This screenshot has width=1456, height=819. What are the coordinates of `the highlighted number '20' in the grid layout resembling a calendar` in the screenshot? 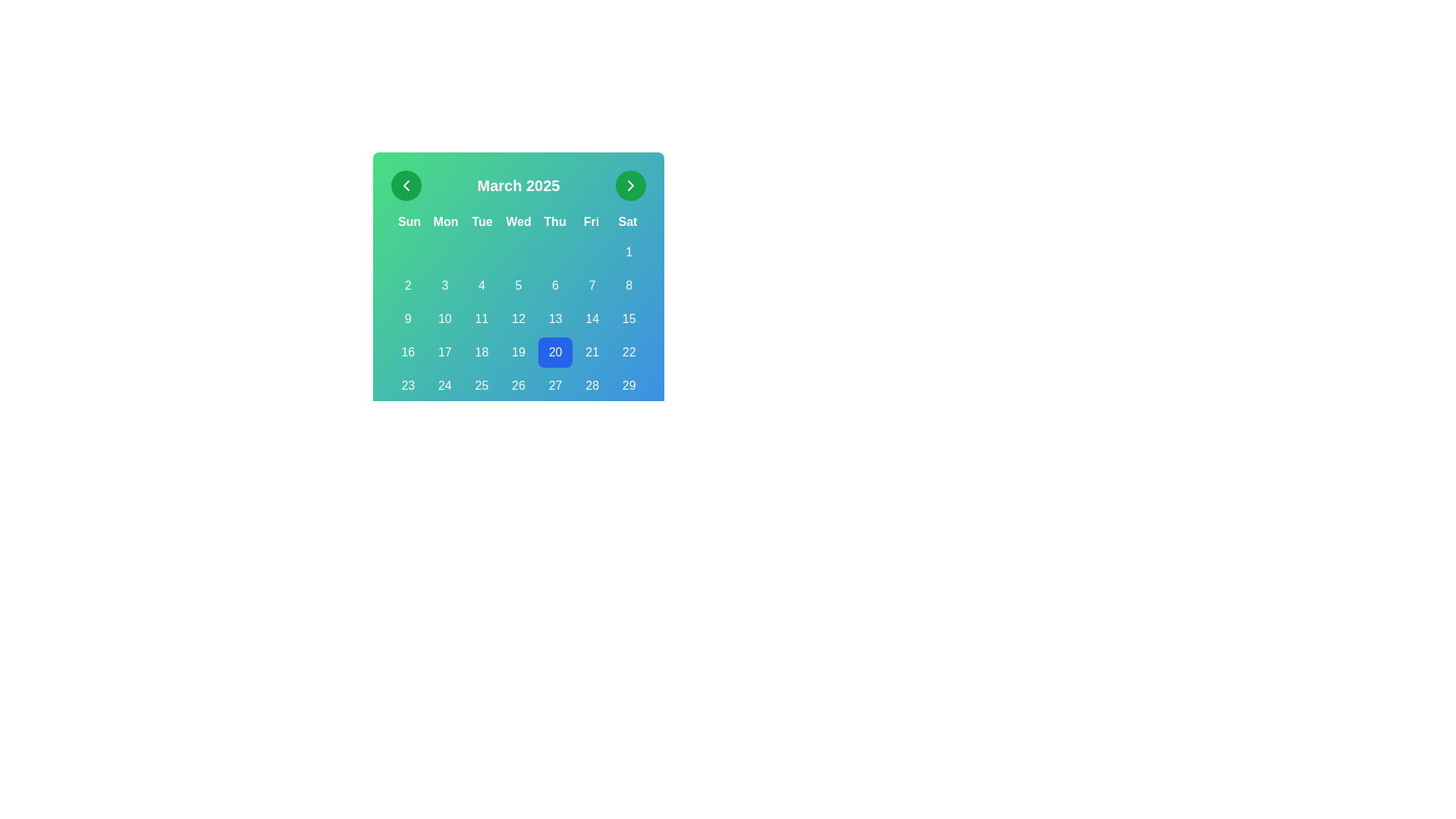 It's located at (519, 335).